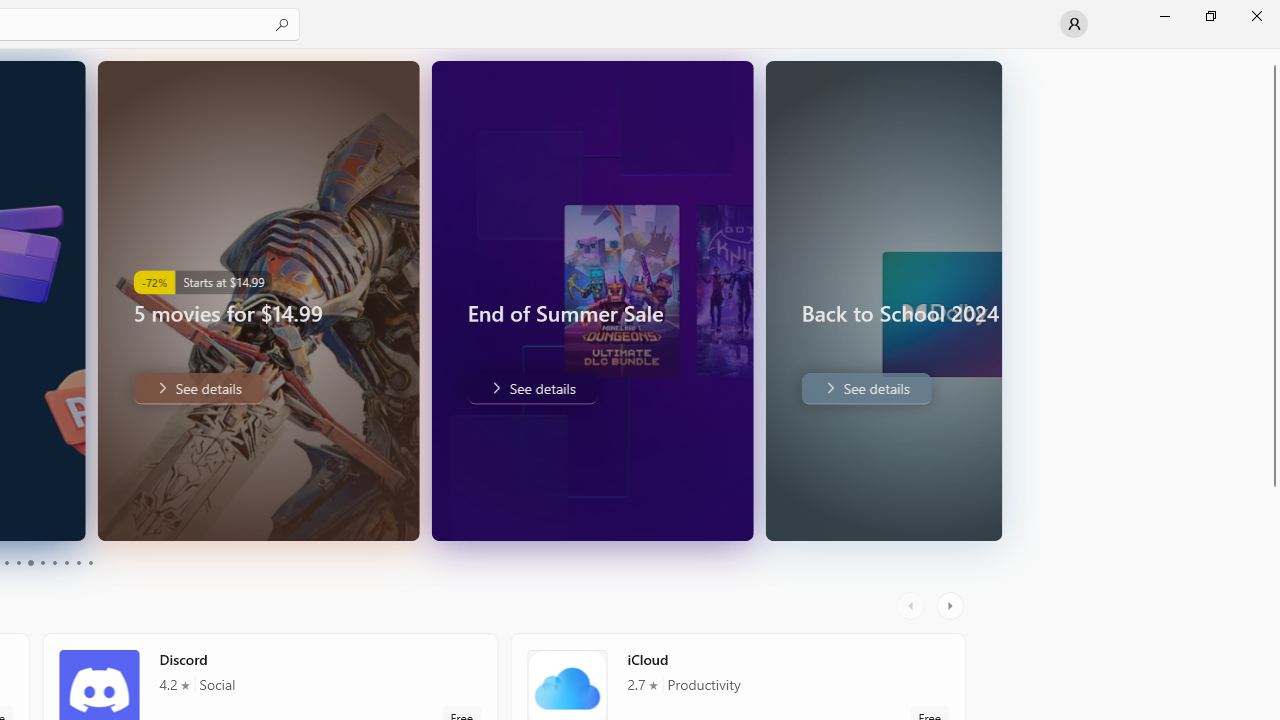 The height and width of the screenshot is (720, 1280). What do you see at coordinates (42, 563) in the screenshot?
I see `'Page 6'` at bounding box center [42, 563].